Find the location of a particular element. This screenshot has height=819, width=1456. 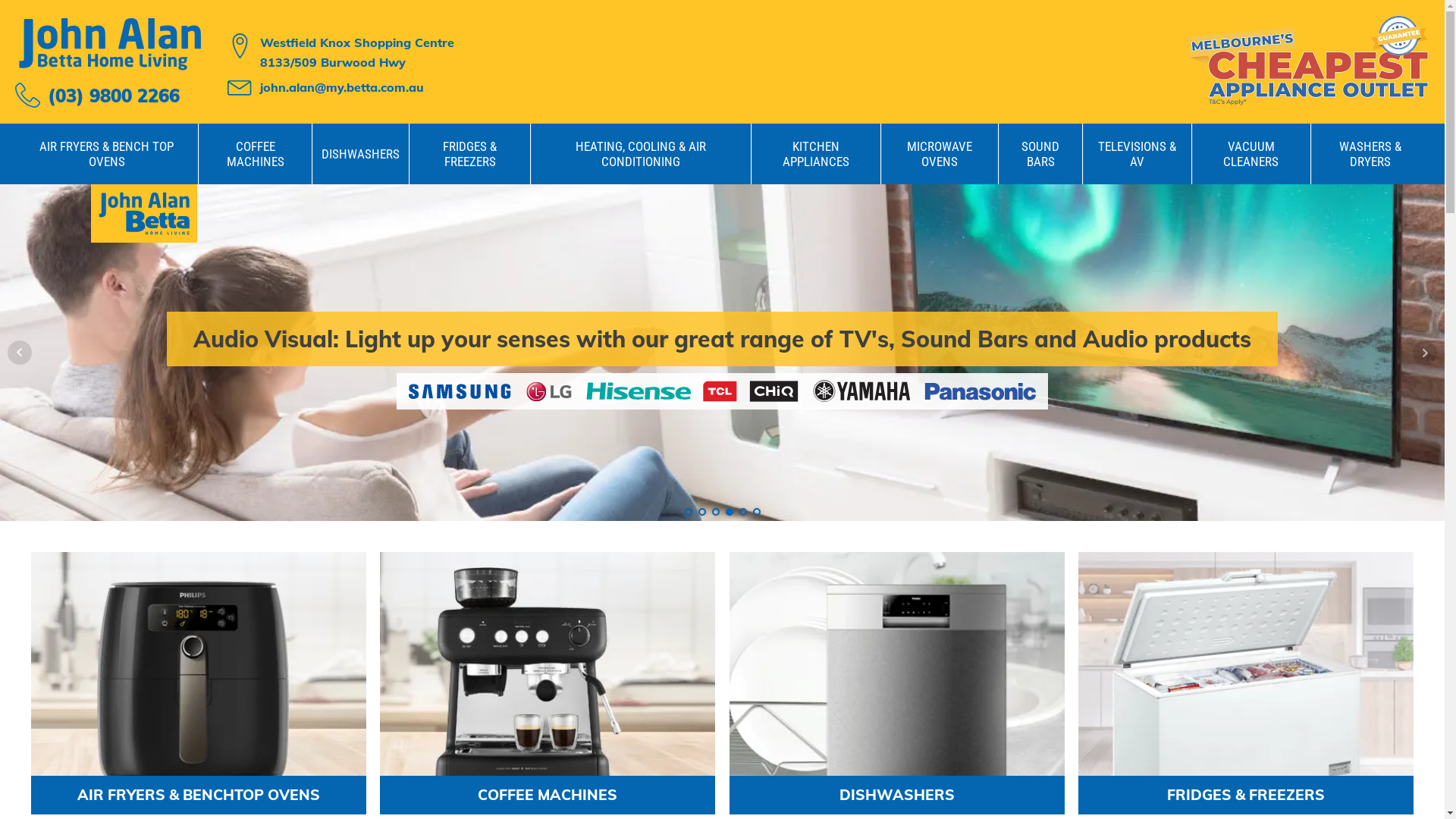

'Prev' is located at coordinates (7, 353).